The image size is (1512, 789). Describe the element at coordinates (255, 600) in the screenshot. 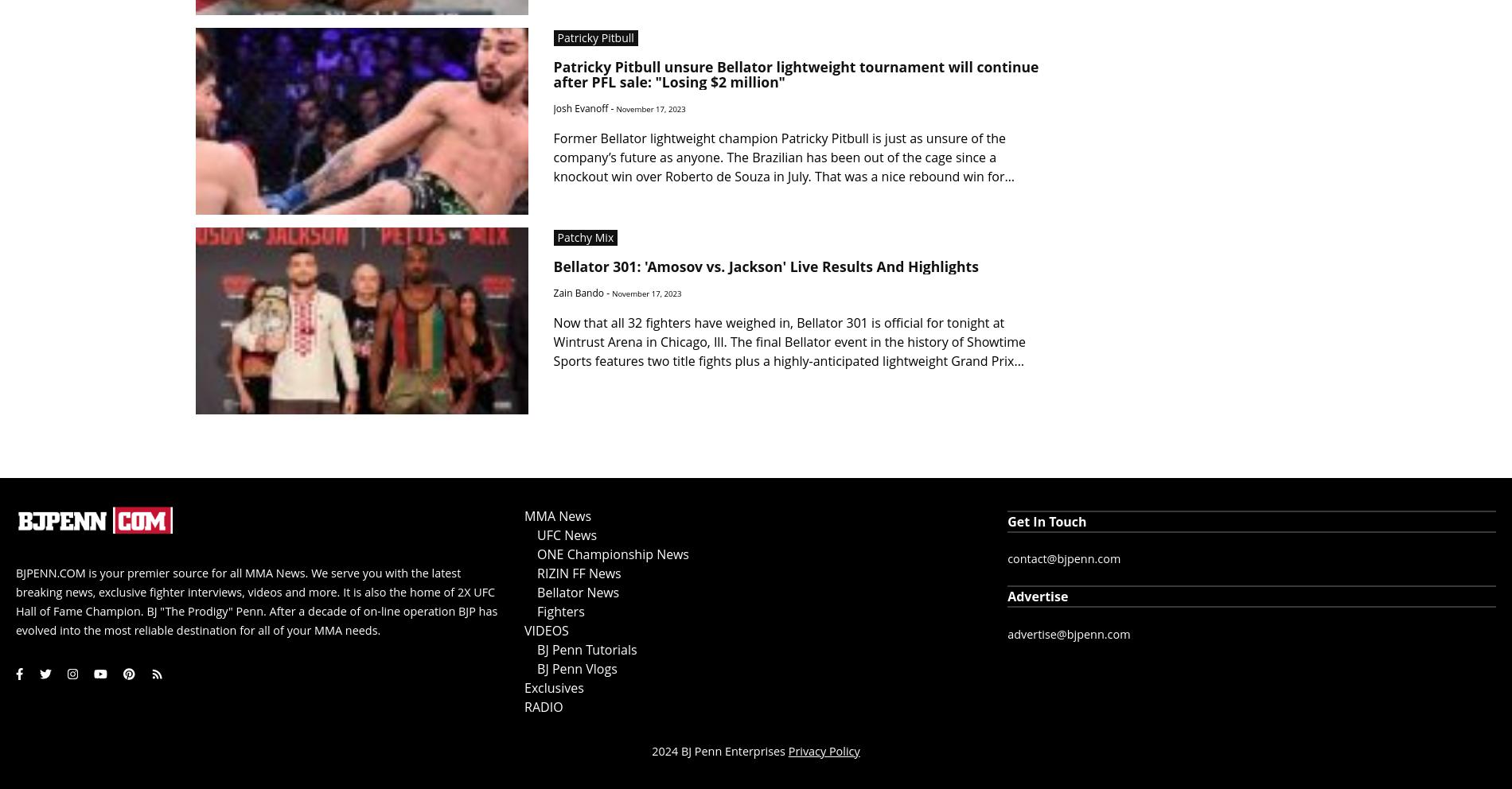

I see `'BJPENN.COM is your premier source for all MMA News. We serve you with the latest breaking news, exclusive fighter interviews, videos and more. It is also the home of 2X UFC Hall of Fame Champion. BJ "The Prodigy" Penn. After a decade of on-line operation BJP has evolved into the most reliable destination for all of your MMA needs.'` at that location.